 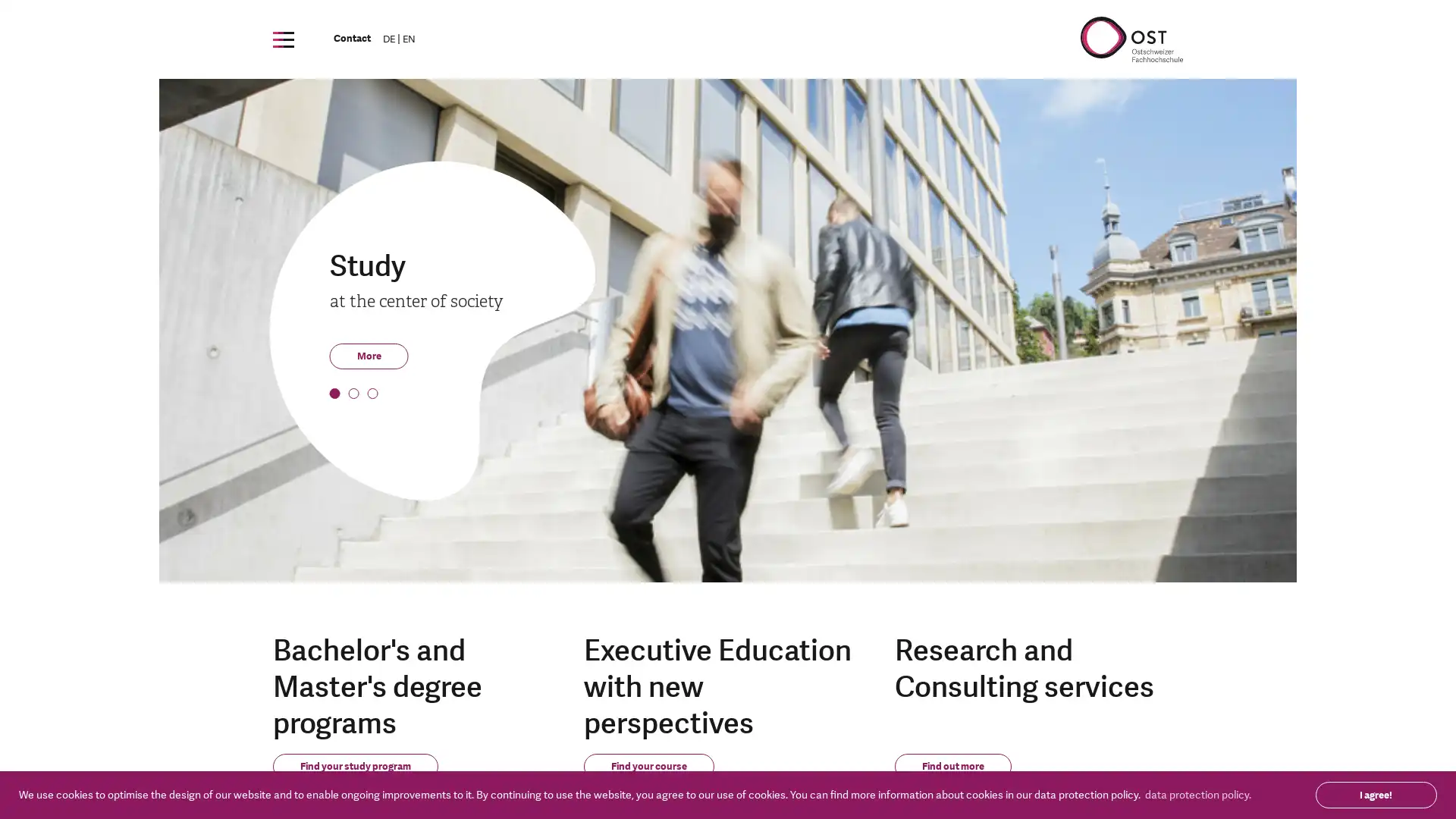 What do you see at coordinates (356, 396) in the screenshot?
I see `2` at bounding box center [356, 396].